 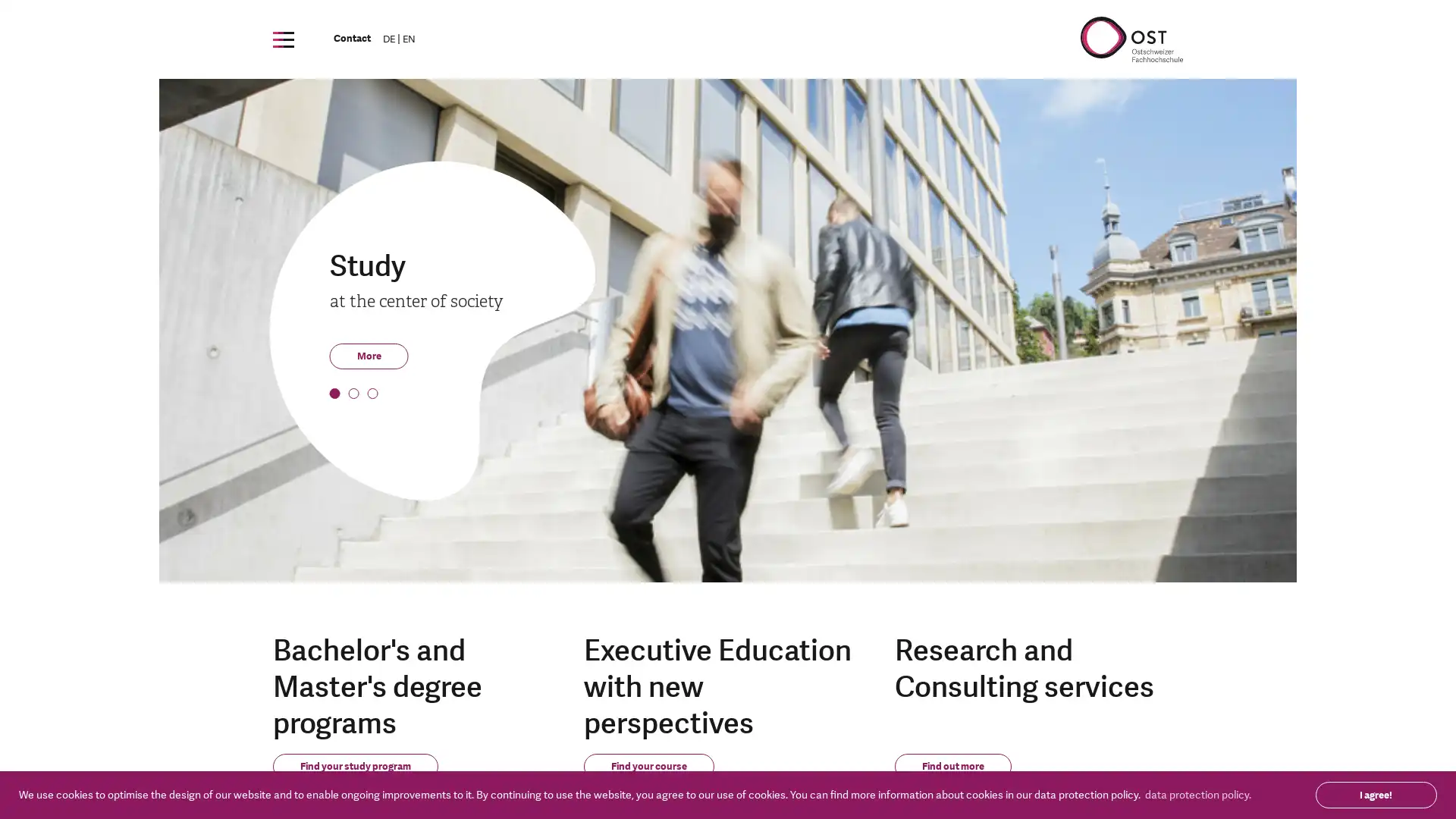 What do you see at coordinates (356, 396) in the screenshot?
I see `2` at bounding box center [356, 396].